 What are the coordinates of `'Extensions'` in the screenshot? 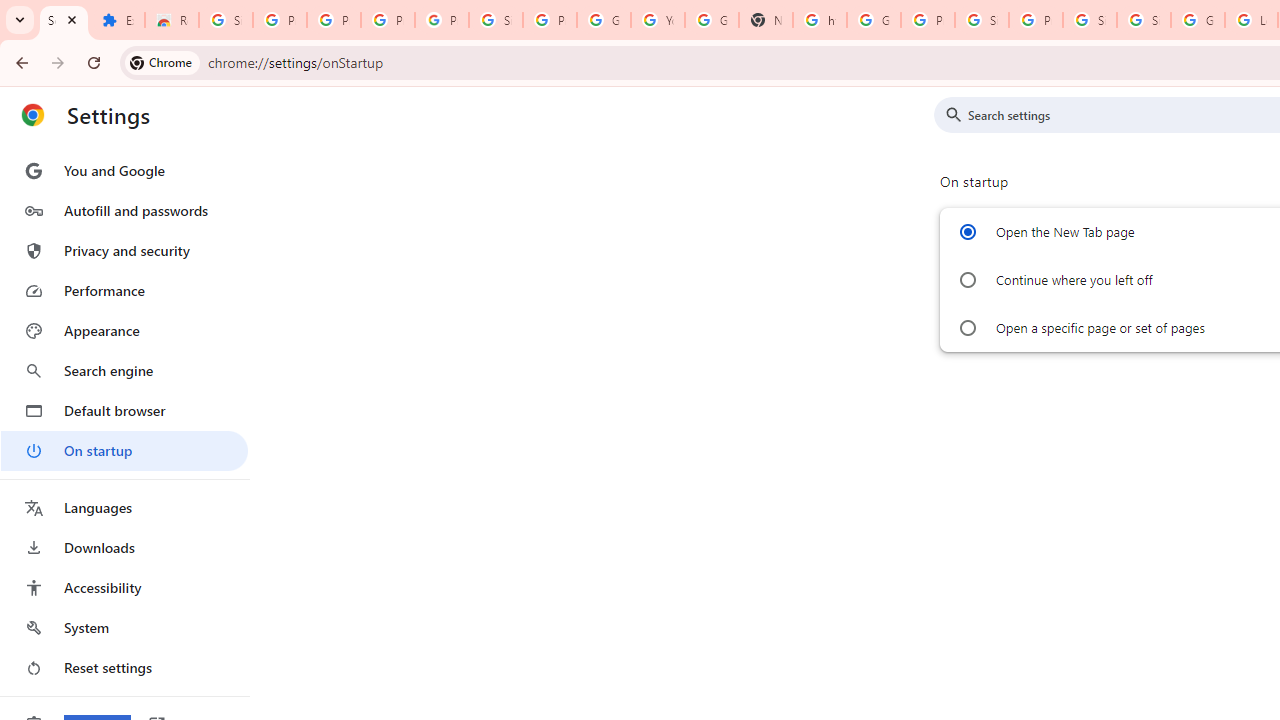 It's located at (116, 20).